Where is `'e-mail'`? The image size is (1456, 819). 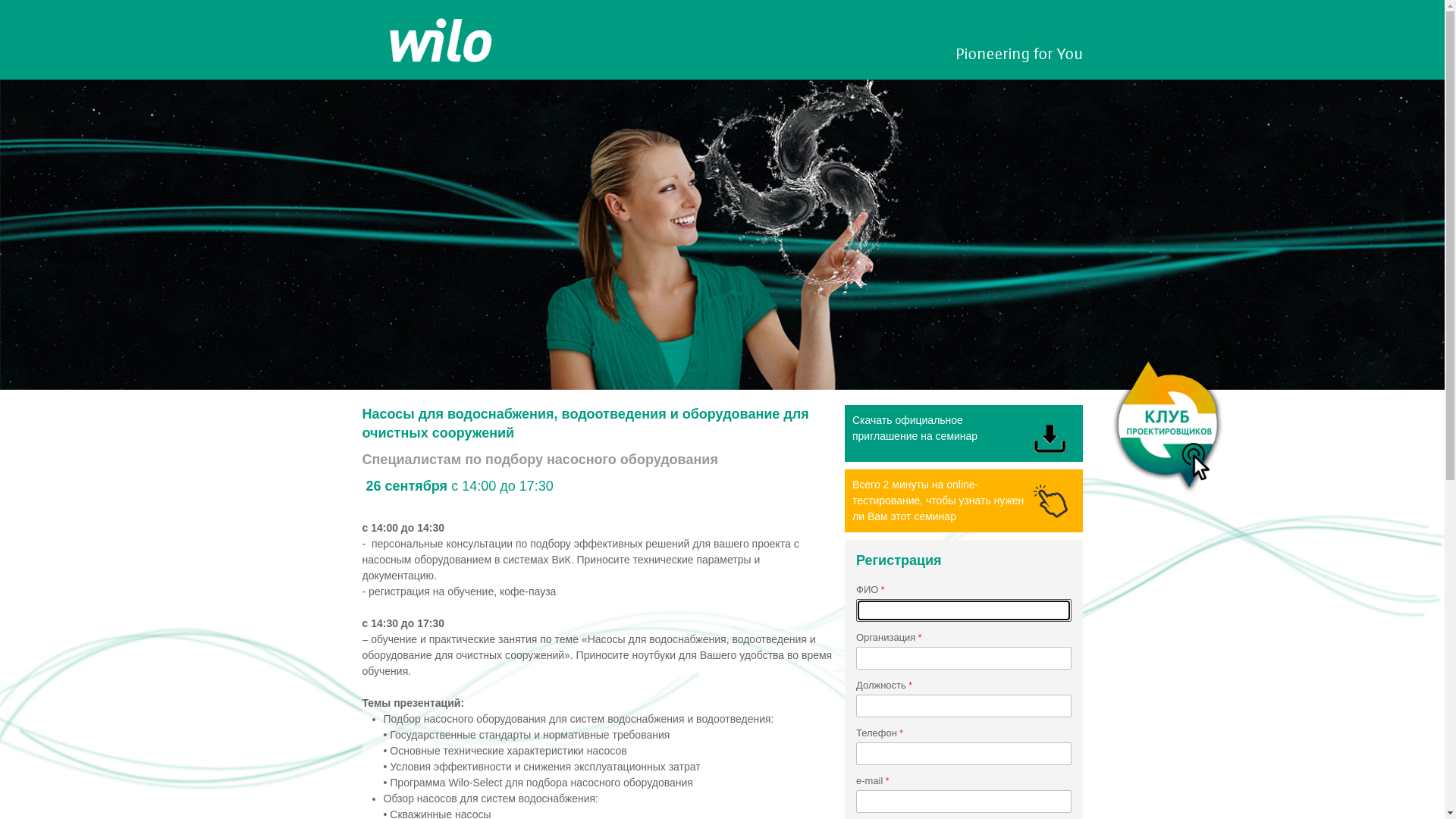
'e-mail' is located at coordinates (963, 800).